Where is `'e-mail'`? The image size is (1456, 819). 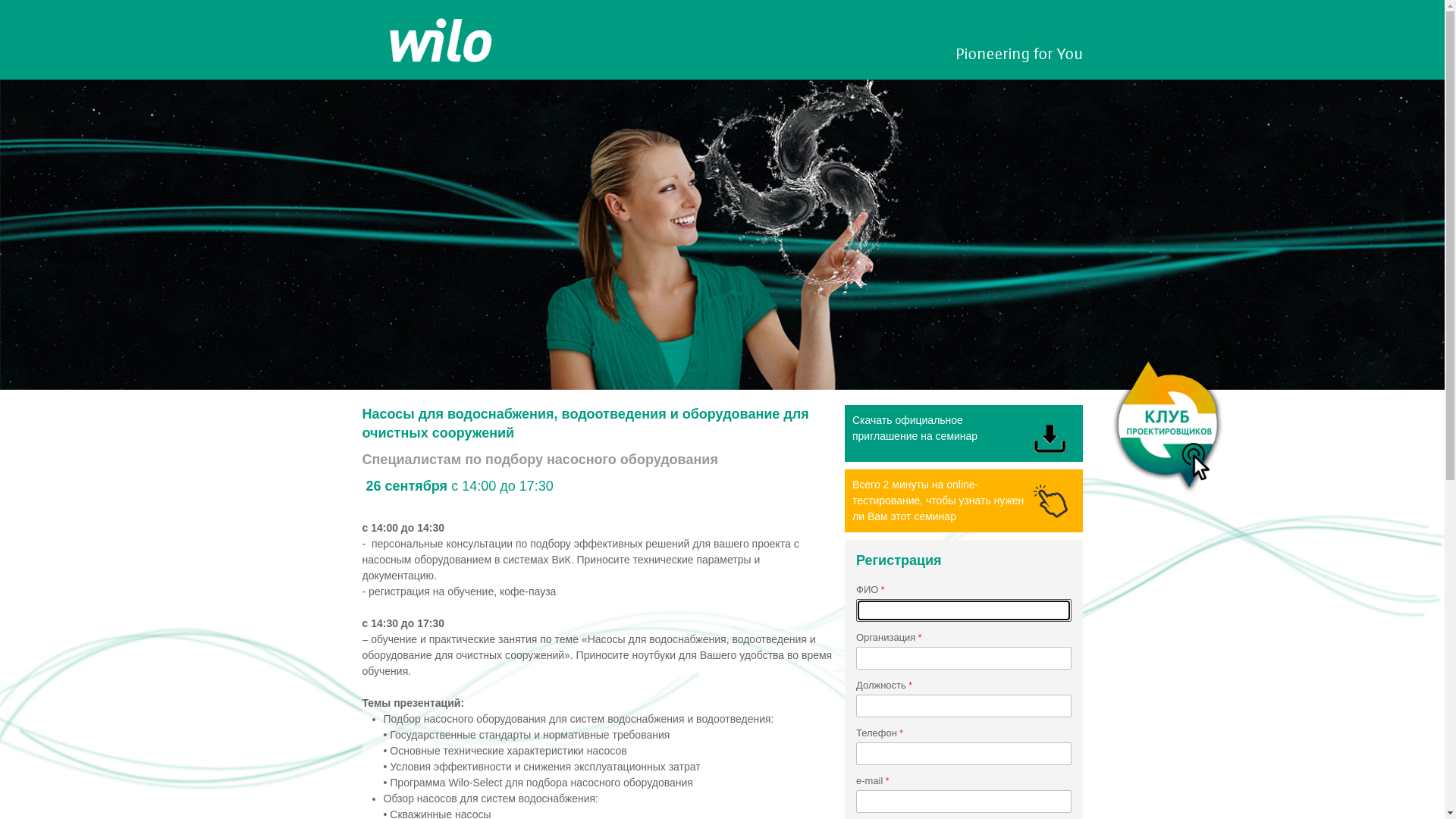
'e-mail' is located at coordinates (963, 800).